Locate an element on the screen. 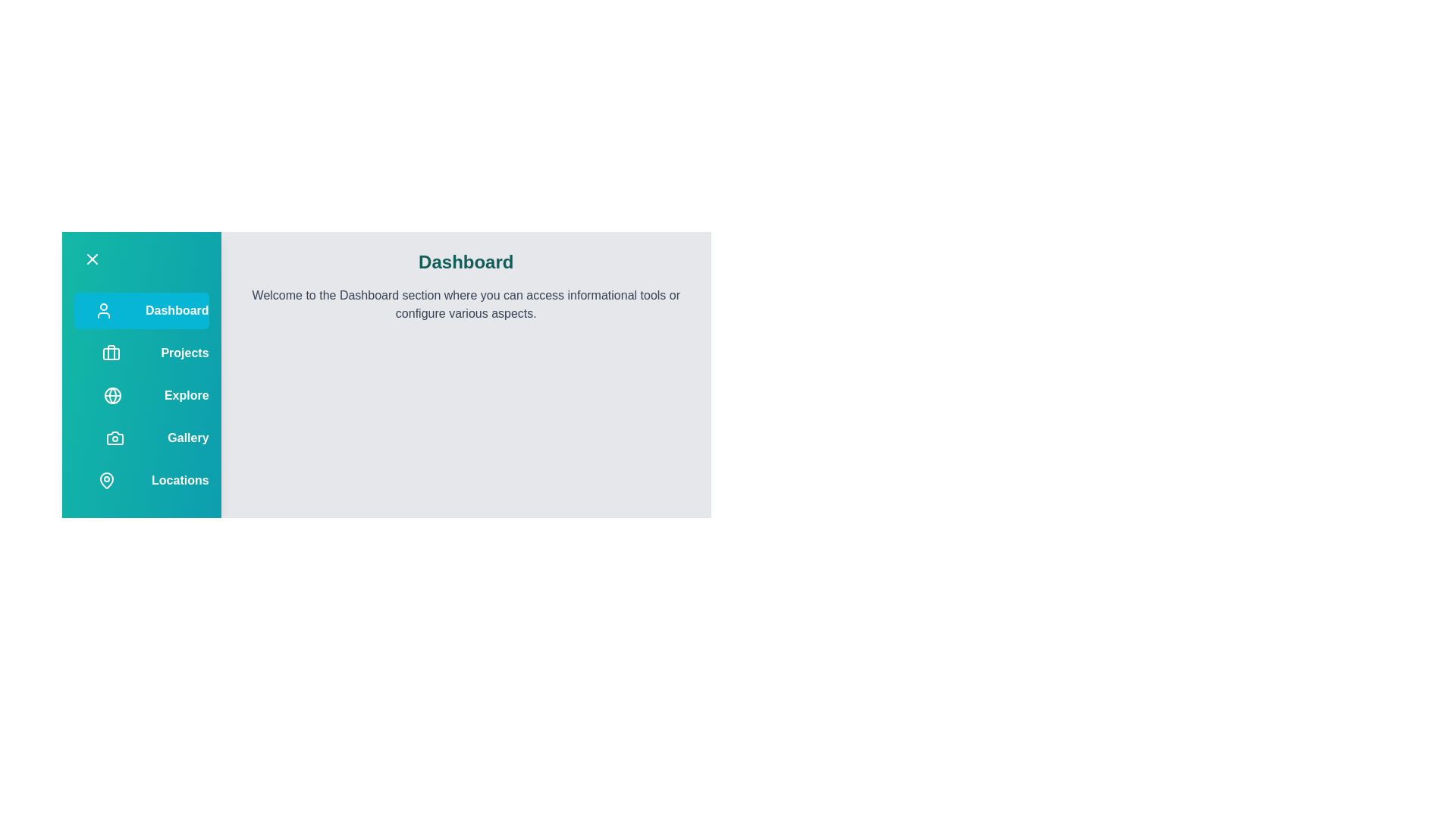 This screenshot has height=819, width=1456. the menu option Projects from the drawer is located at coordinates (141, 353).